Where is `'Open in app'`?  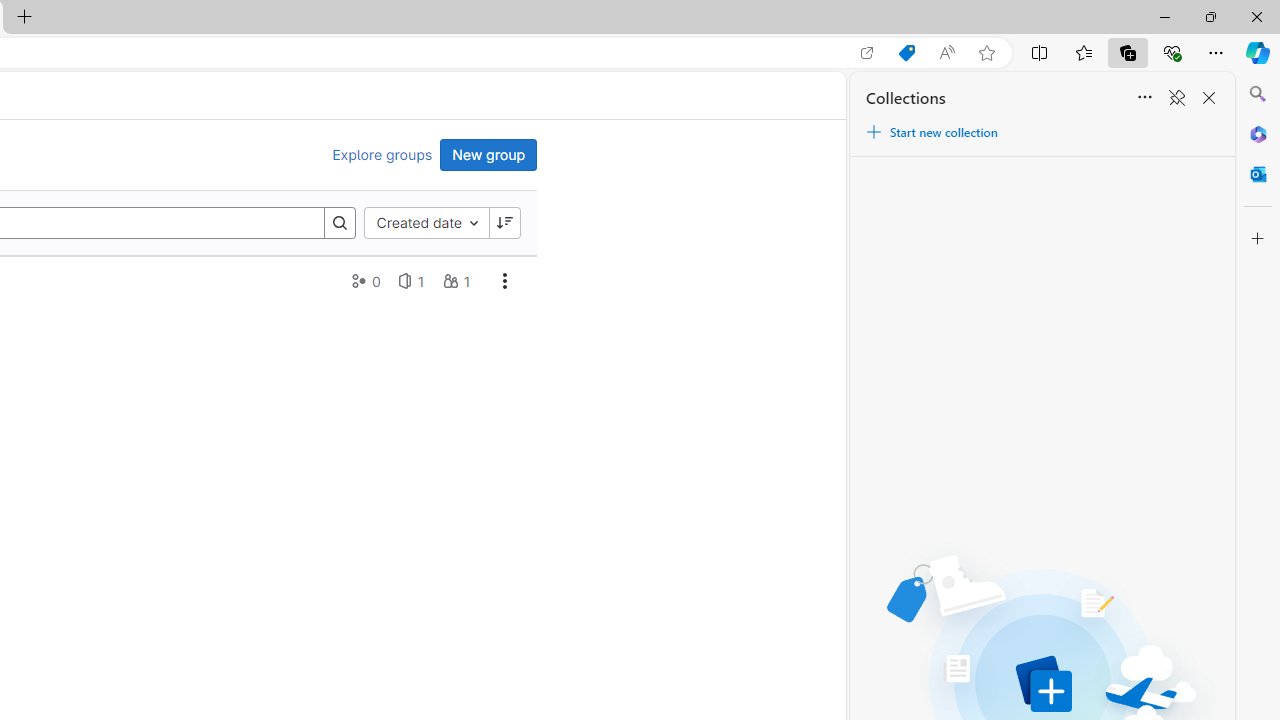 'Open in app' is located at coordinates (867, 52).